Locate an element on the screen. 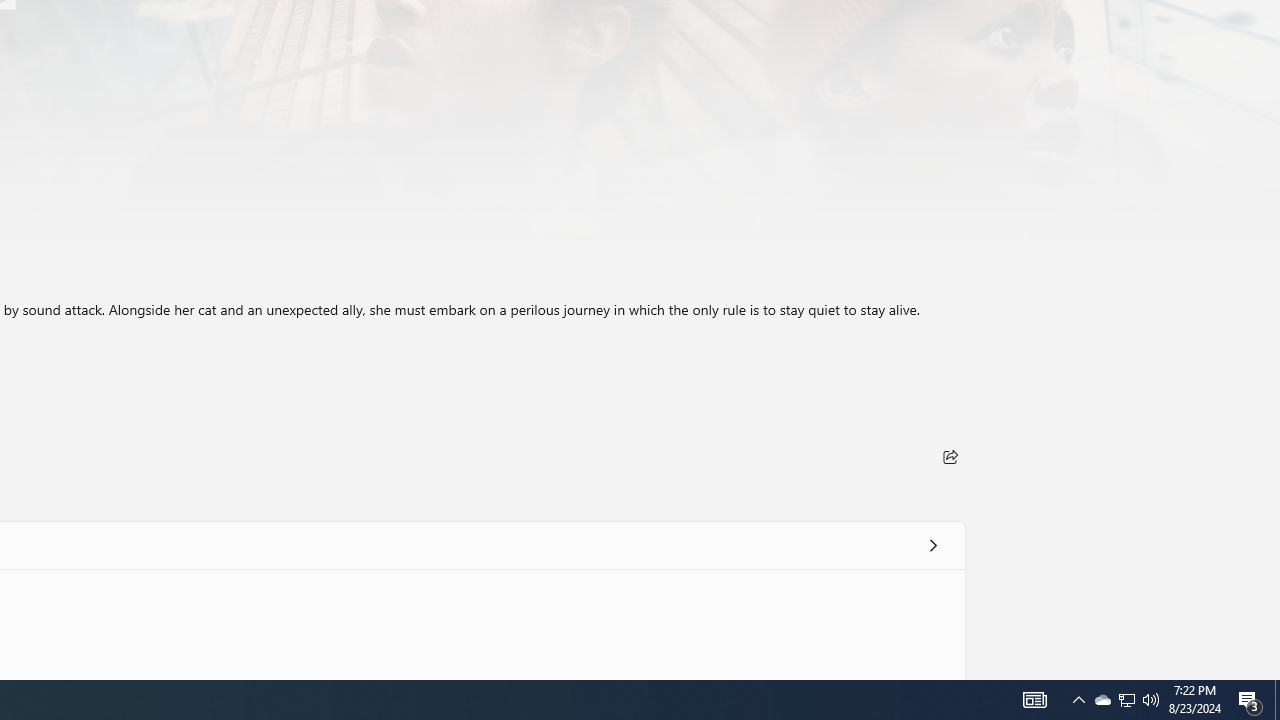  'Share' is located at coordinates (949, 456).